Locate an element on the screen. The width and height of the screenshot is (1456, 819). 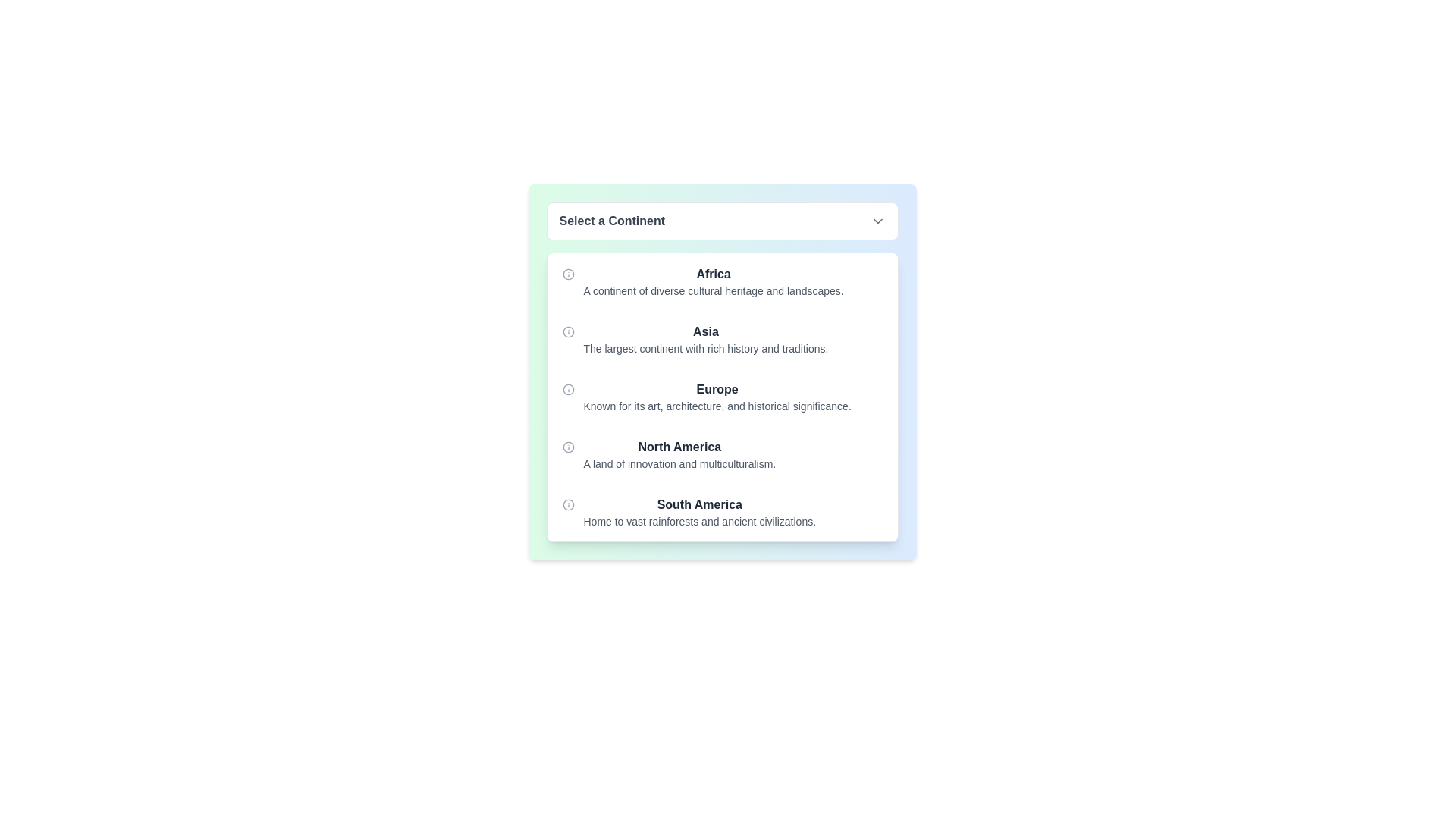
the circular information icon with a stylized 'i' inside, located to the left of the title text 'Asia' is located at coordinates (567, 331).